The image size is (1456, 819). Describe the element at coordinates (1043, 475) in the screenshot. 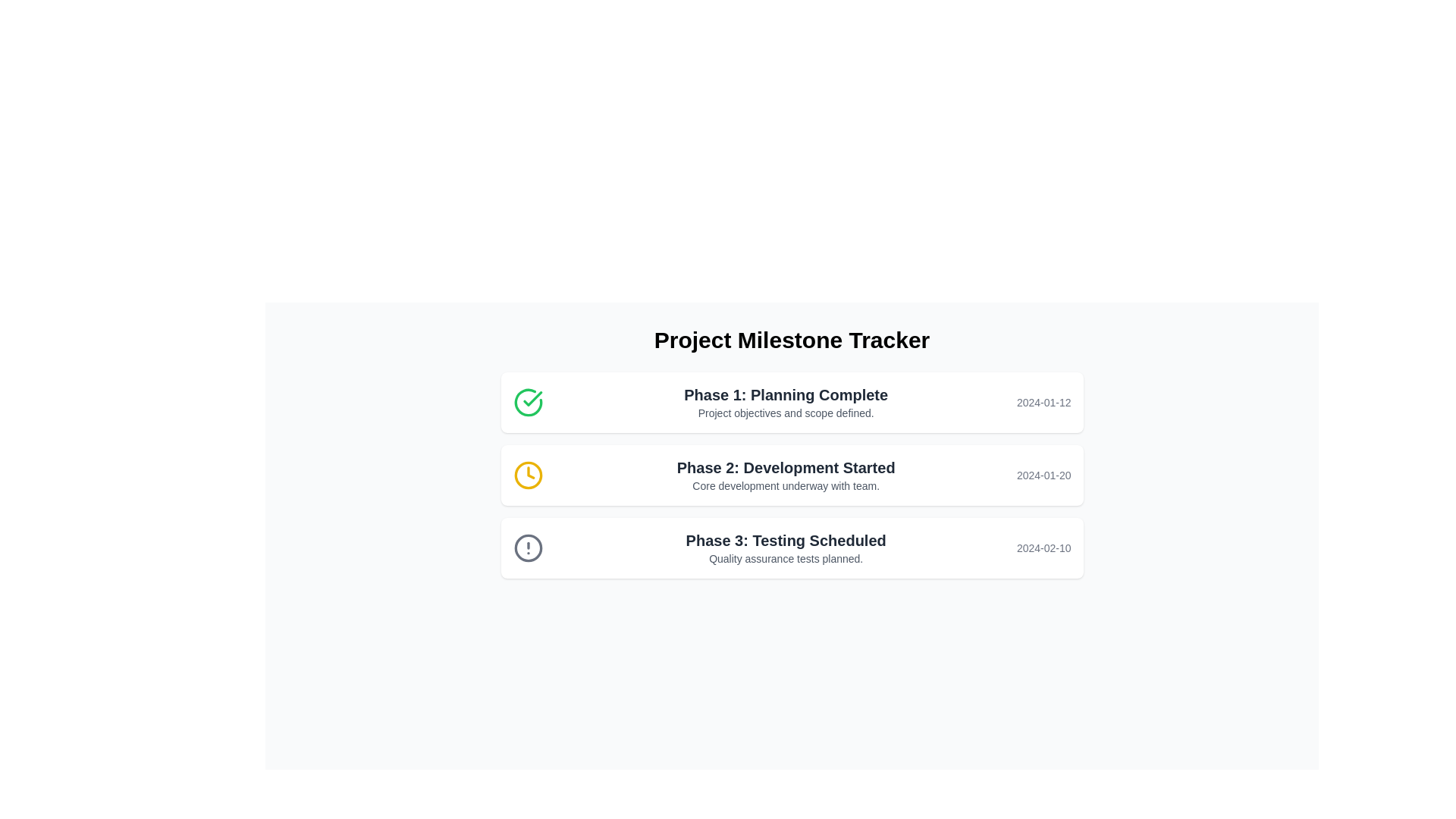

I see `date displayed in the static text label for 'Phase 2: Development Started', which is the third date in the right column of the milestone tracker` at that location.